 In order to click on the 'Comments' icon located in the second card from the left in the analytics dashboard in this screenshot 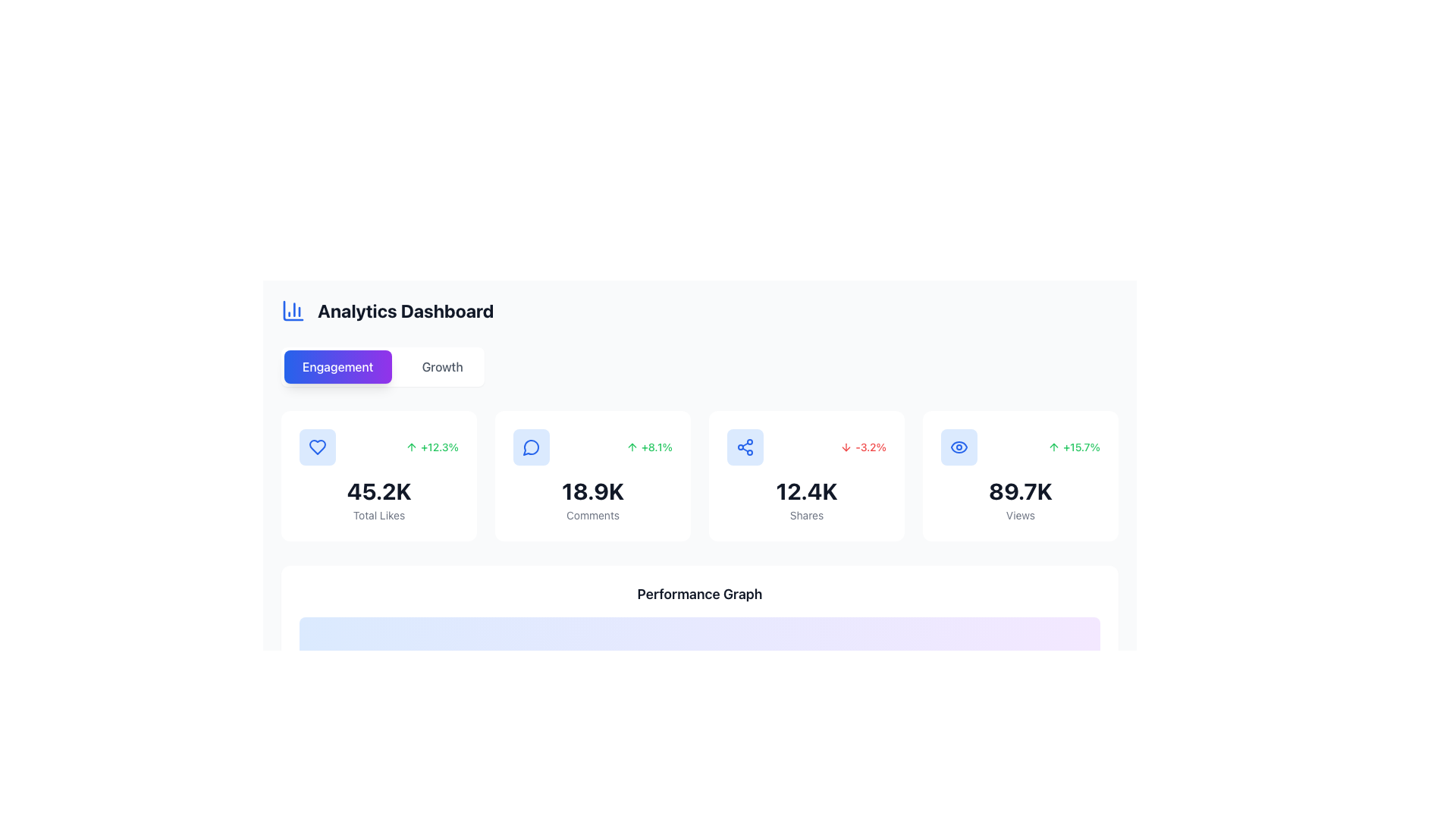, I will do `click(531, 447)`.